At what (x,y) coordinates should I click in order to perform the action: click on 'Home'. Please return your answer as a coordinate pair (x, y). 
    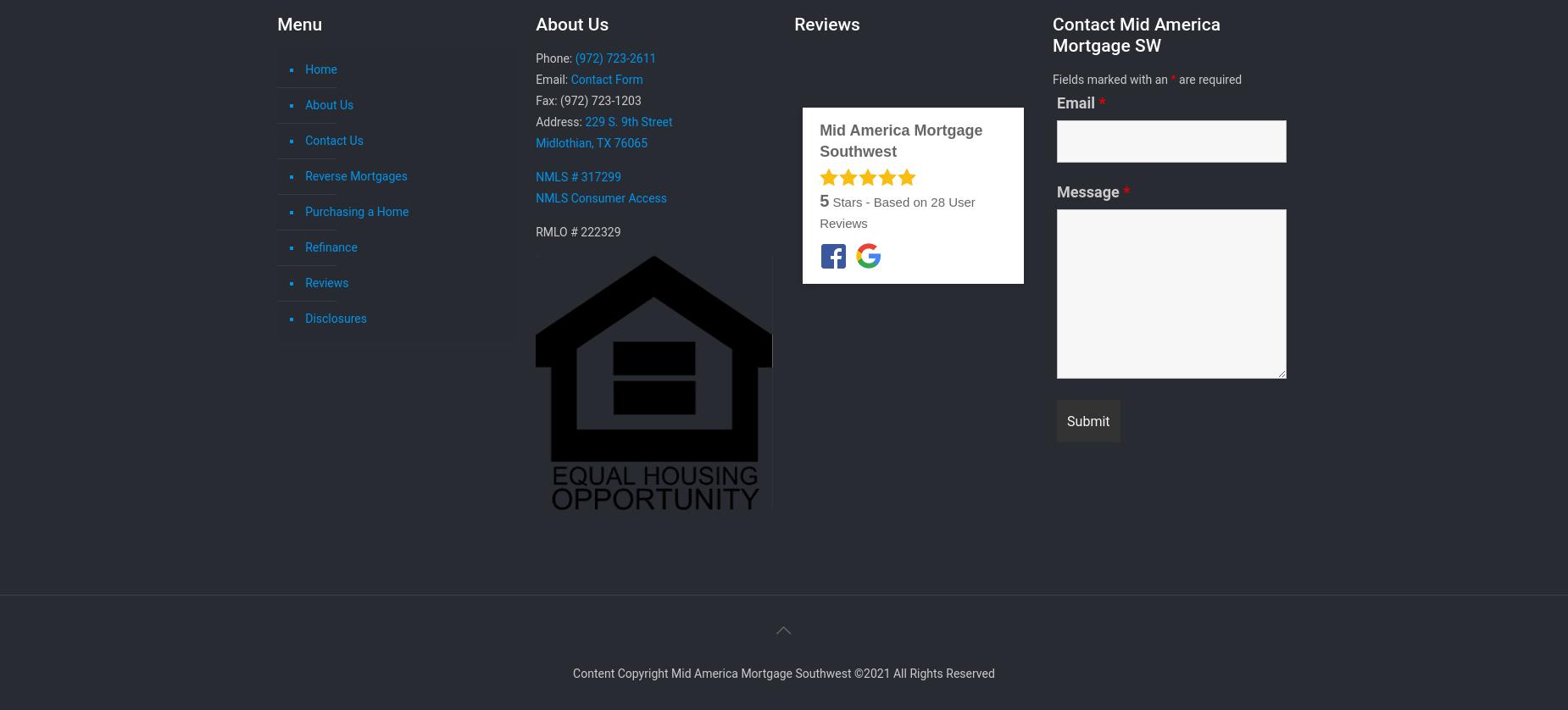
    Looking at the image, I should click on (304, 69).